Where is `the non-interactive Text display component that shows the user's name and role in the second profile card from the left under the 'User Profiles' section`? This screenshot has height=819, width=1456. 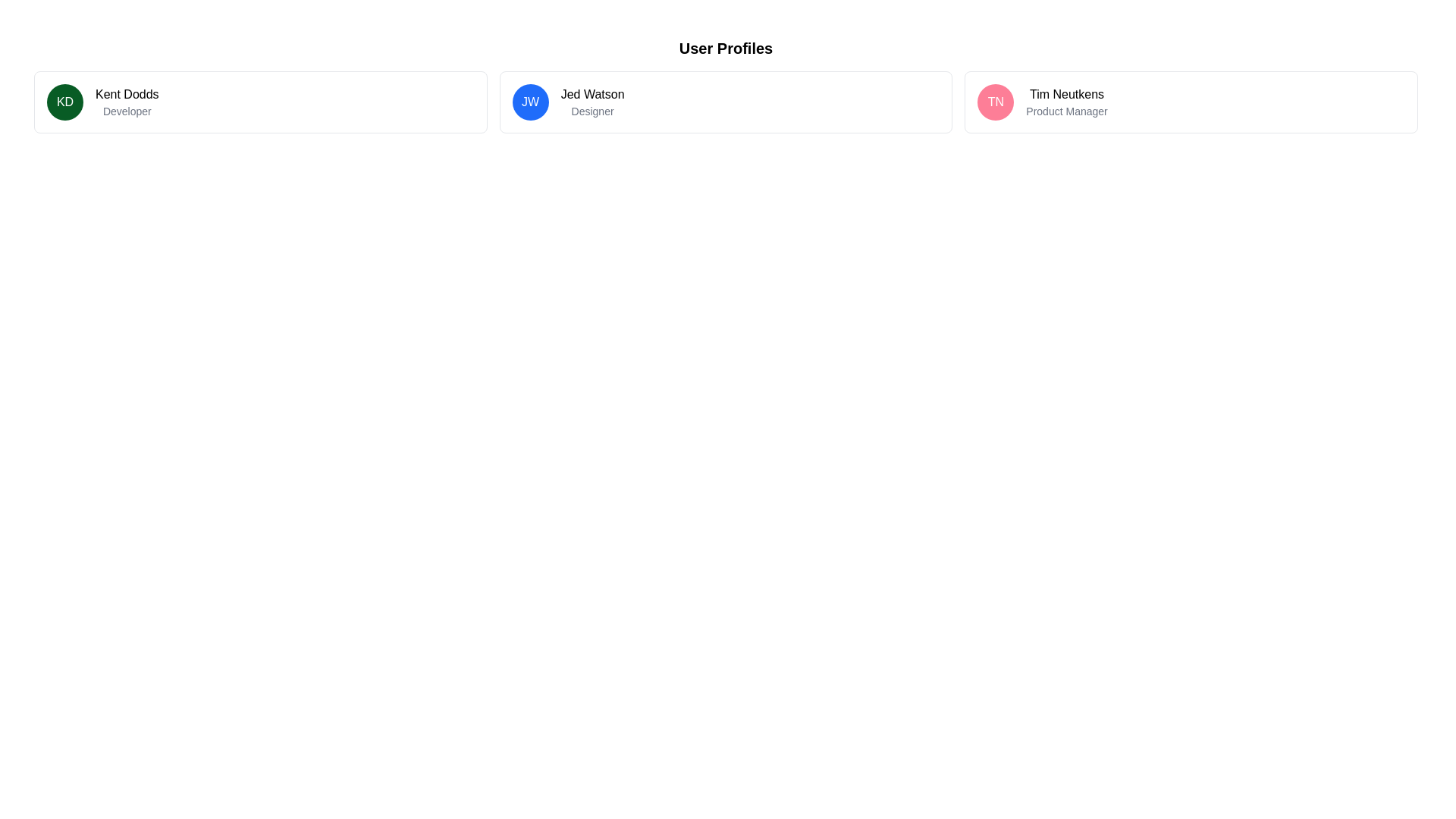
the non-interactive Text display component that shows the user's name and role in the second profile card from the left under the 'User Profiles' section is located at coordinates (591, 102).